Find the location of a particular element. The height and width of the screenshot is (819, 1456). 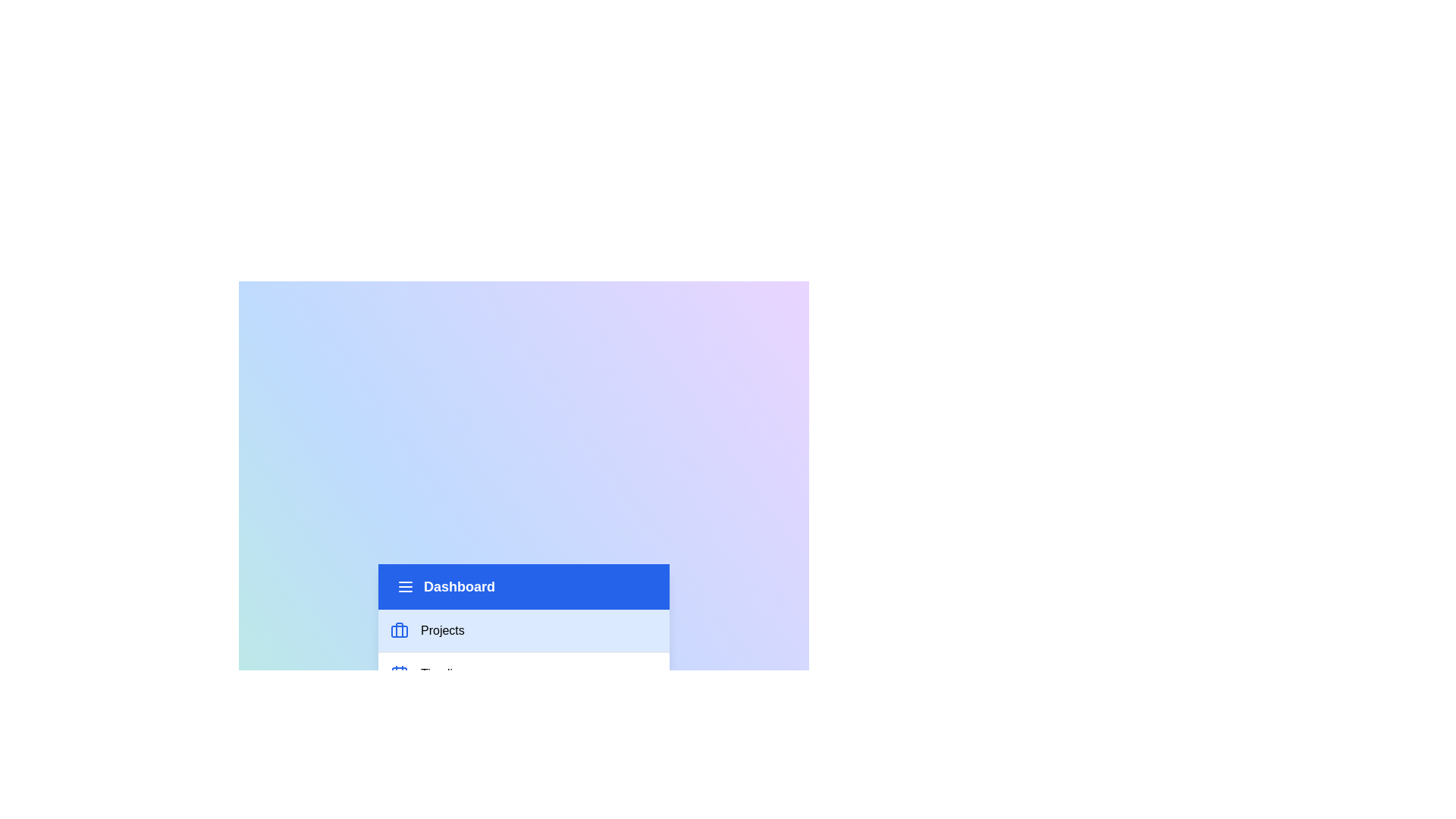

the header menu icon to interact with it is located at coordinates (405, 585).